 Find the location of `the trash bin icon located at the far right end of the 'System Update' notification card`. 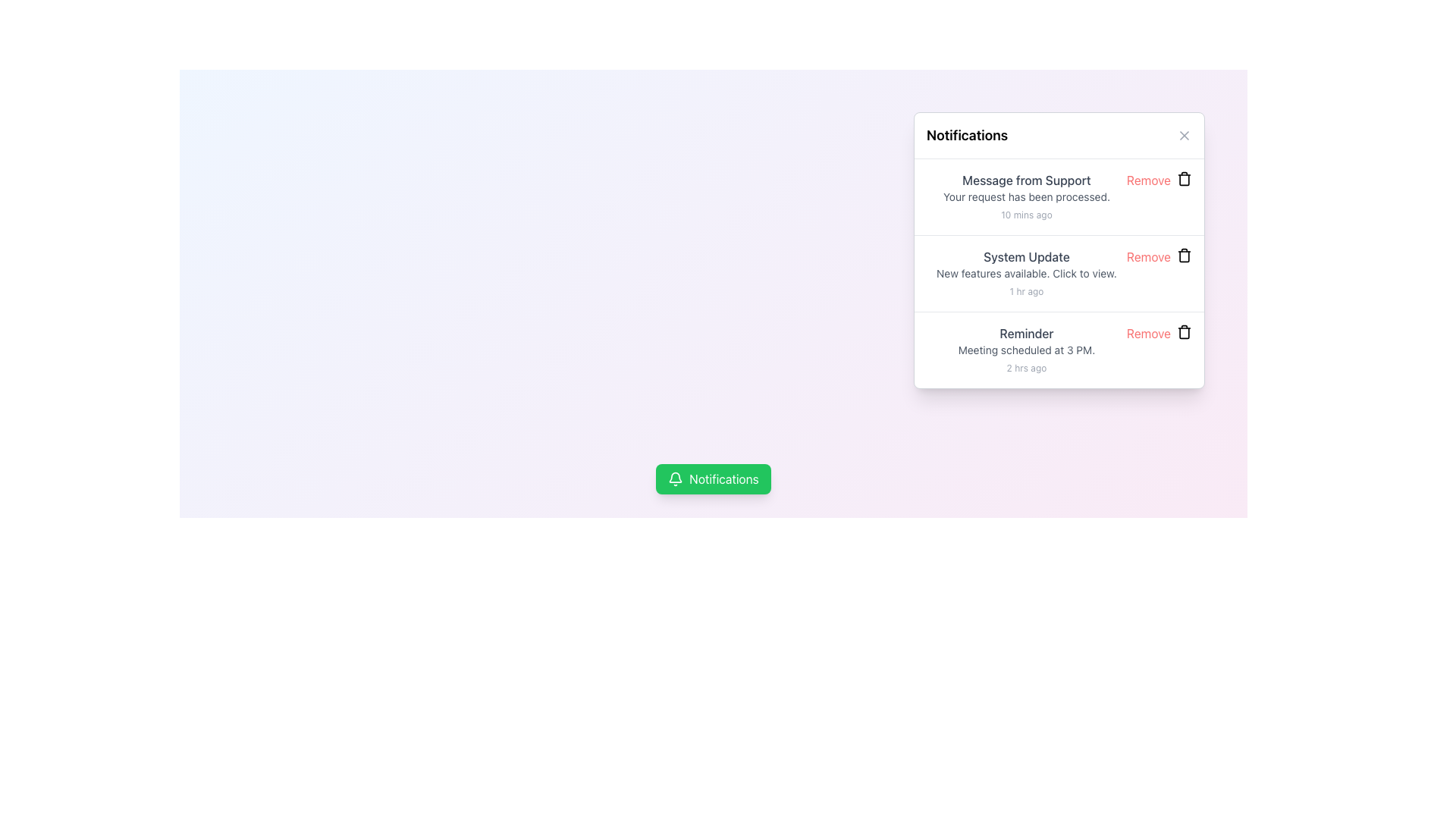

the trash bin icon located at the far right end of the 'System Update' notification card is located at coordinates (1183, 254).